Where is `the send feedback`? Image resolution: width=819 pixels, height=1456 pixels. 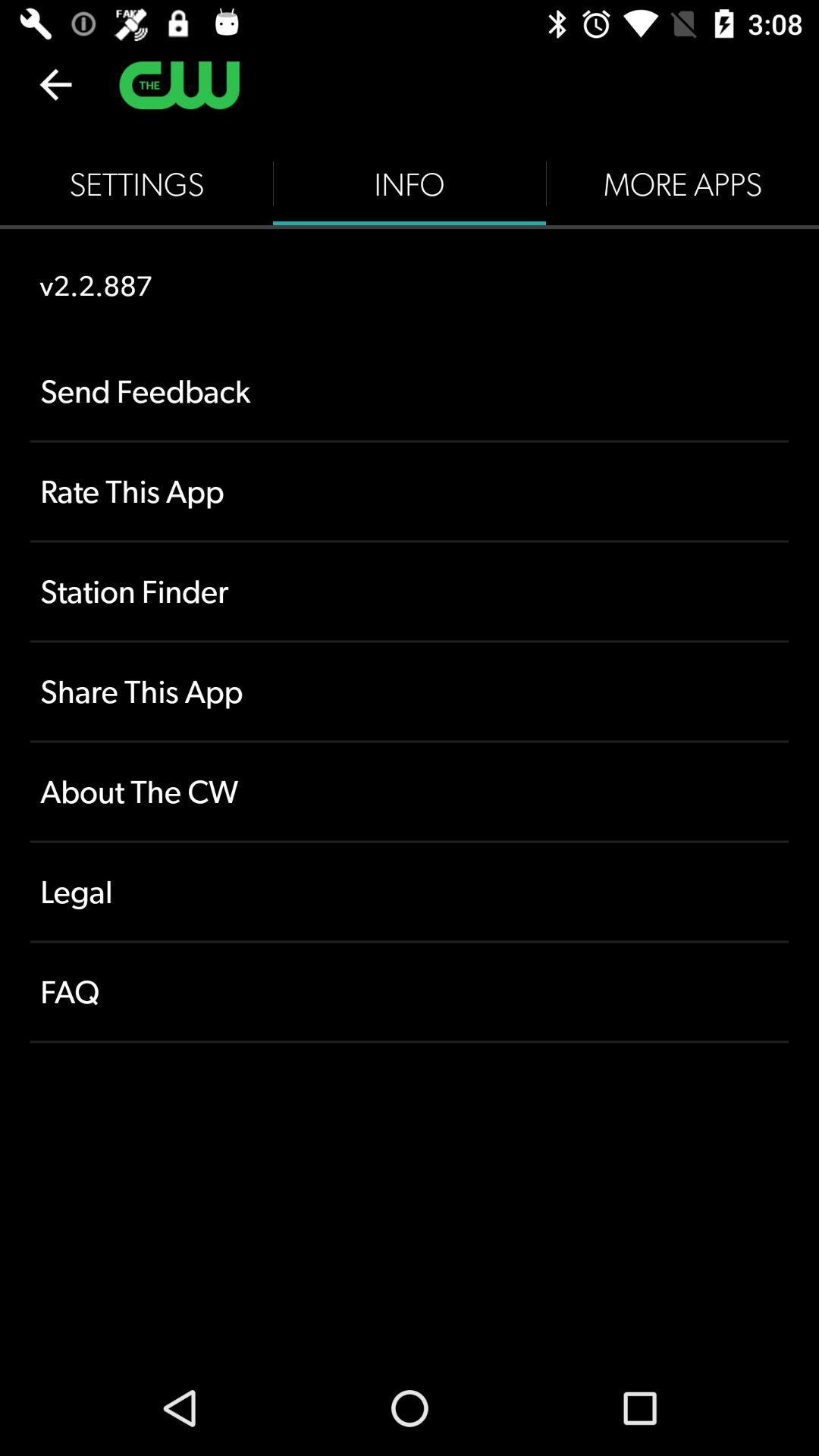 the send feedback is located at coordinates (409, 391).